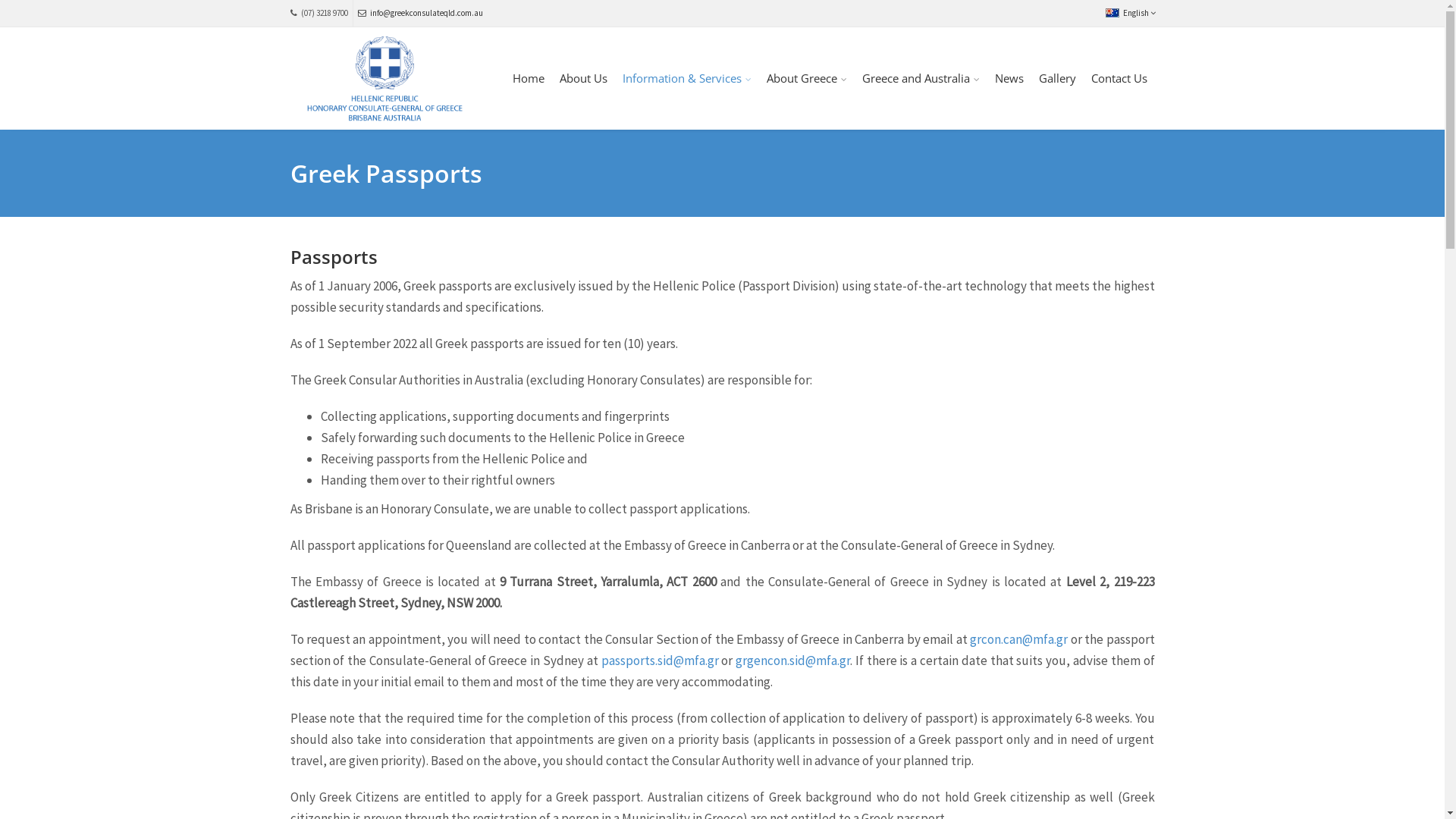 This screenshot has height=819, width=1456. What do you see at coordinates (792, 660) in the screenshot?
I see `'grgencon.sid@mfa.gr'` at bounding box center [792, 660].